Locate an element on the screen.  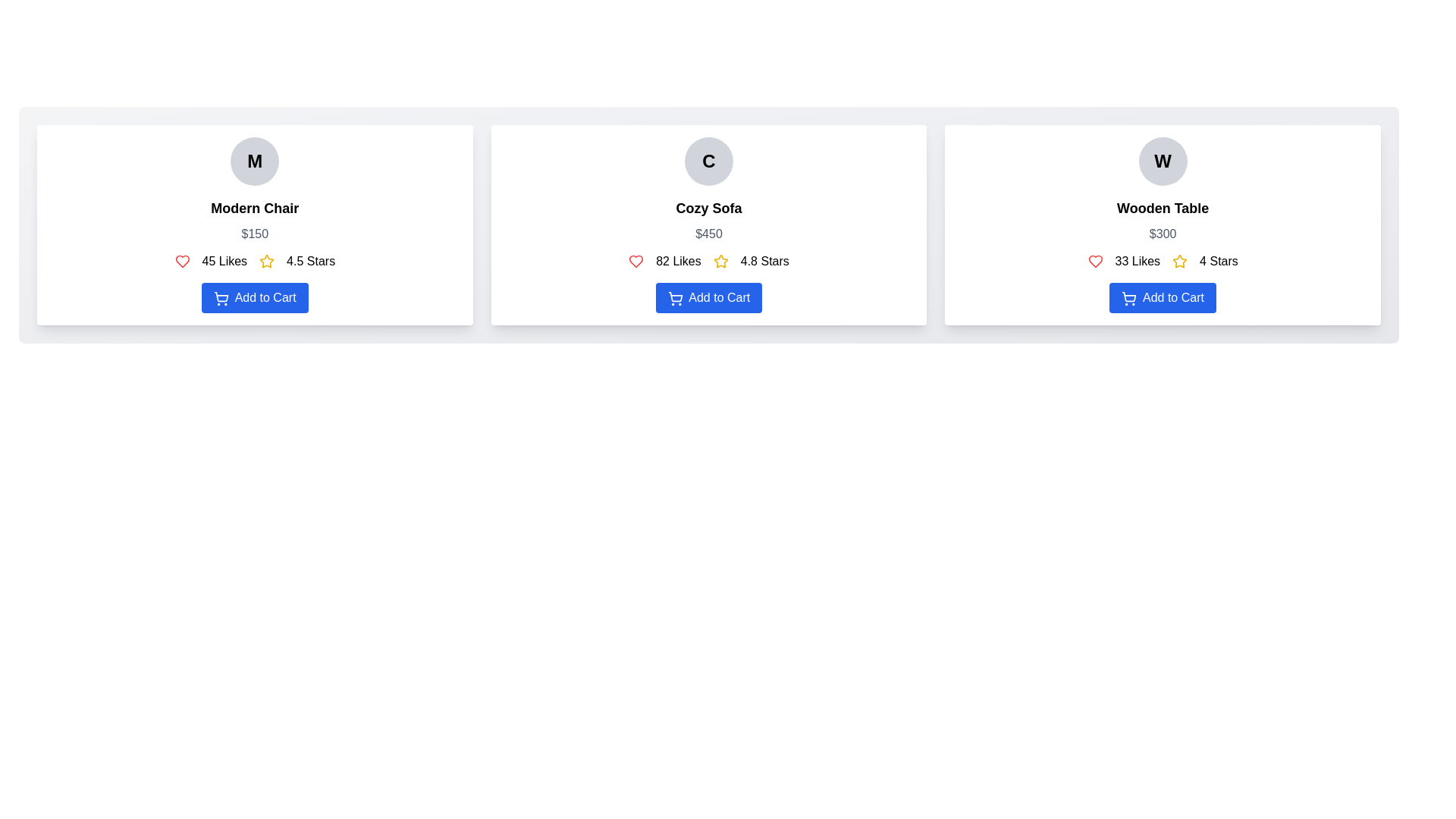
the yellow star-shaped icon next to the text '4.8 Stars' in the second product card to interact with the rating feature is located at coordinates (720, 260).